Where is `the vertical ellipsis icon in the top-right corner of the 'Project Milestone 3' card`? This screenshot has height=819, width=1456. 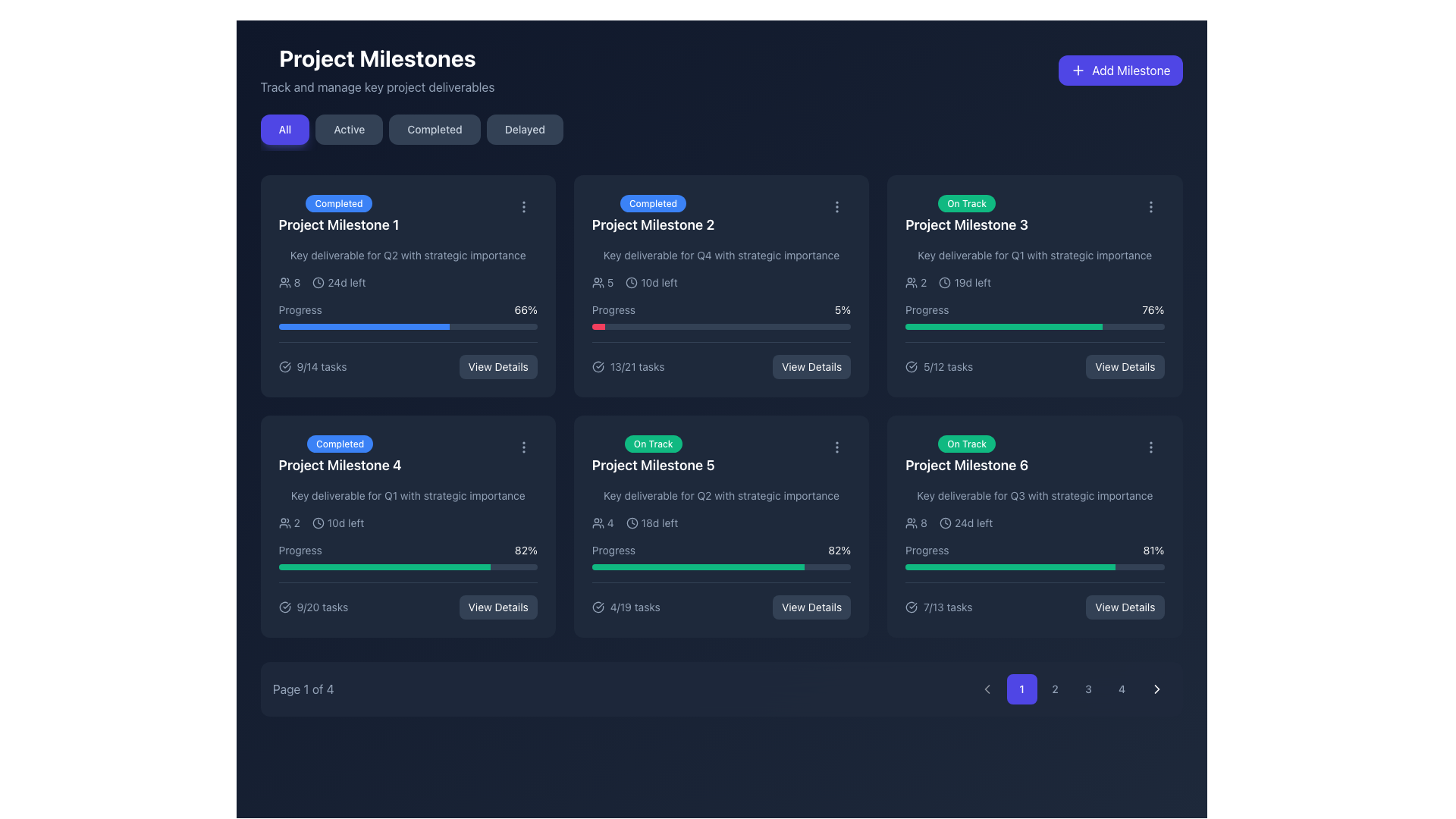
the vertical ellipsis icon in the top-right corner of the 'Project Milestone 3' card is located at coordinates (1150, 207).